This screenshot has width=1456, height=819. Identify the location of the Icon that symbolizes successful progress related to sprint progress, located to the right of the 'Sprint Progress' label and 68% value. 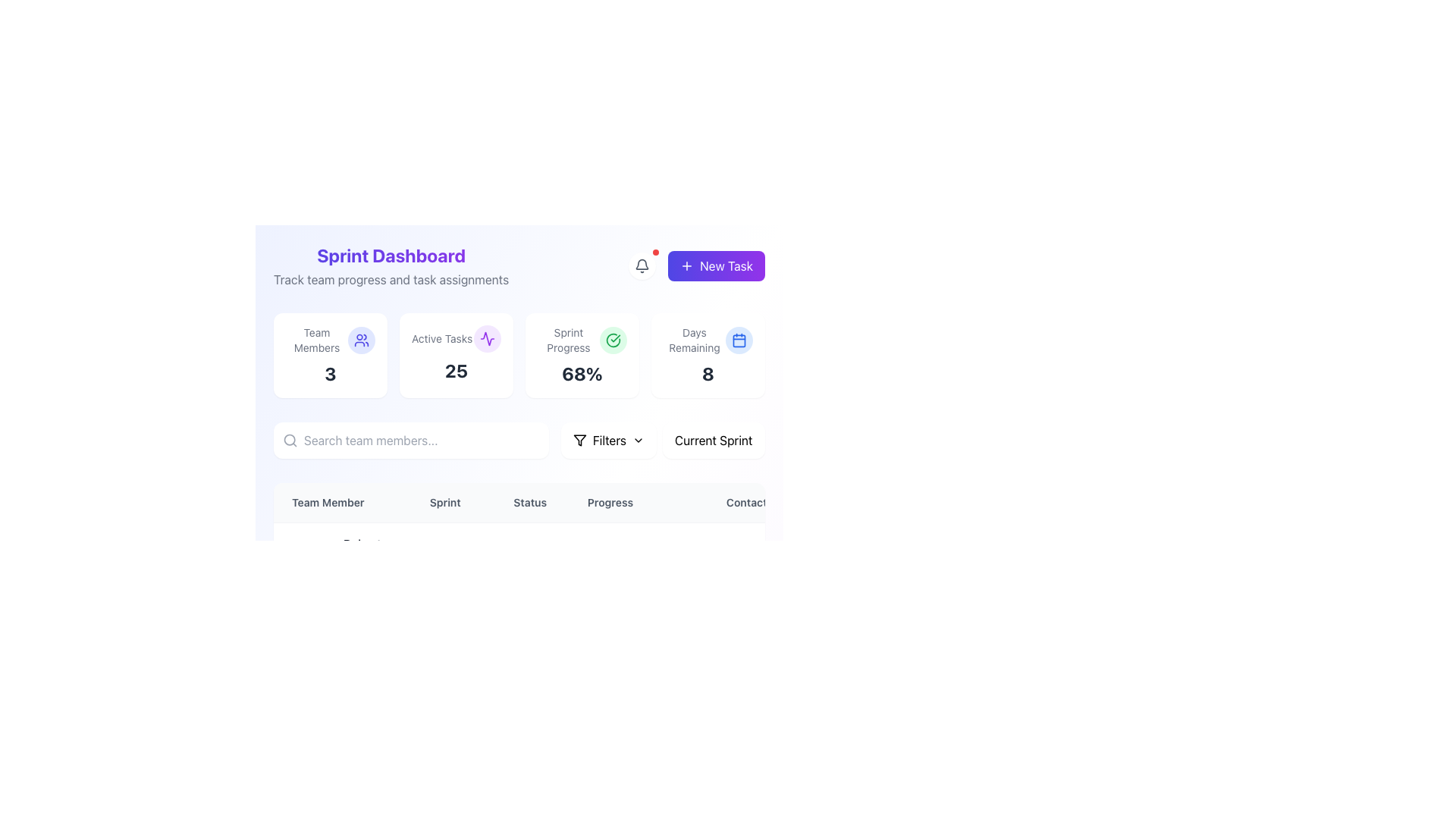
(613, 339).